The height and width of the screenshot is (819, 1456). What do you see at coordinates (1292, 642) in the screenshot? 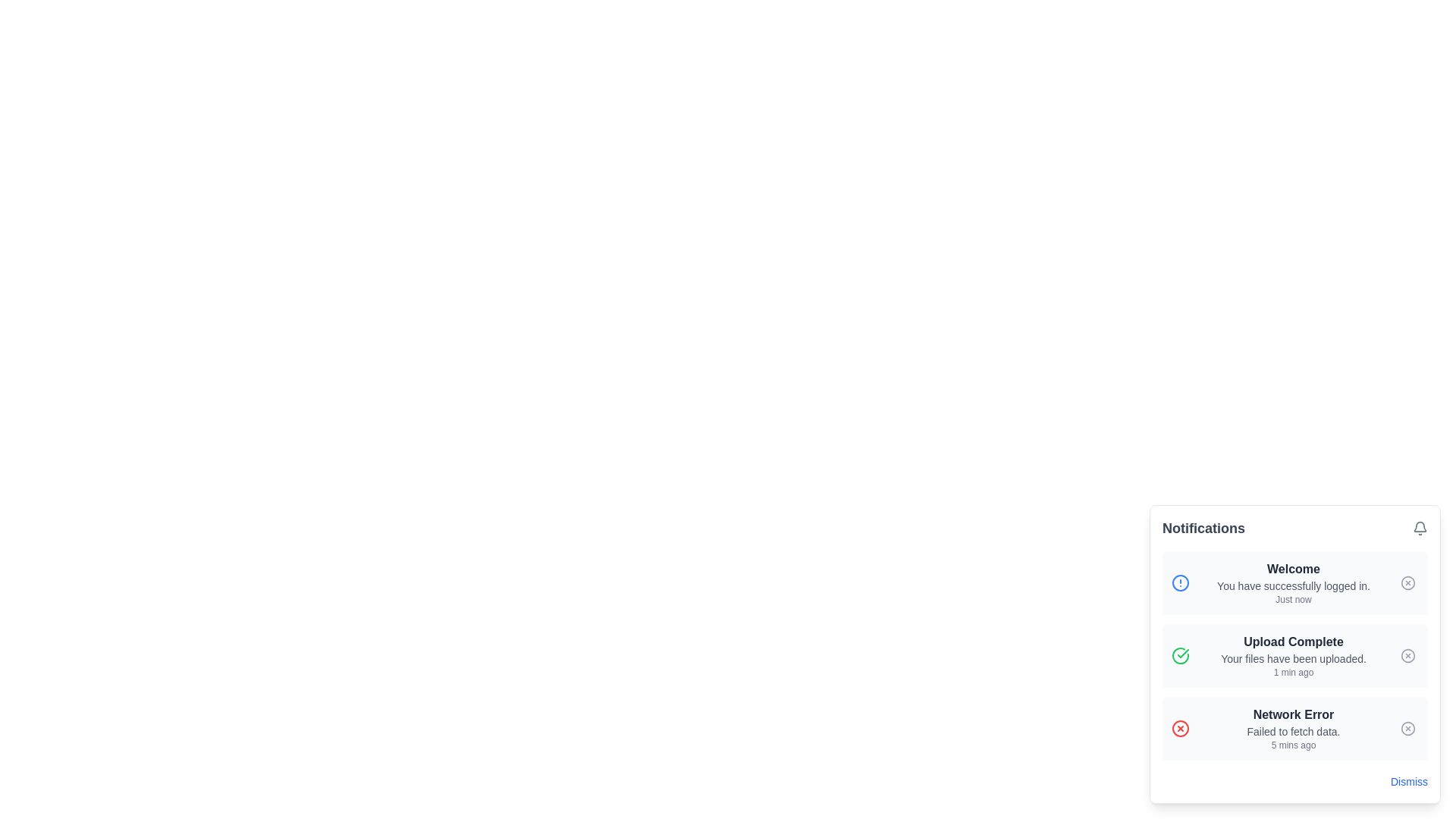
I see `the Text Label that indicates the successful completion of a file upload process, which is located at the top of the second notification card in the notification list` at bounding box center [1292, 642].